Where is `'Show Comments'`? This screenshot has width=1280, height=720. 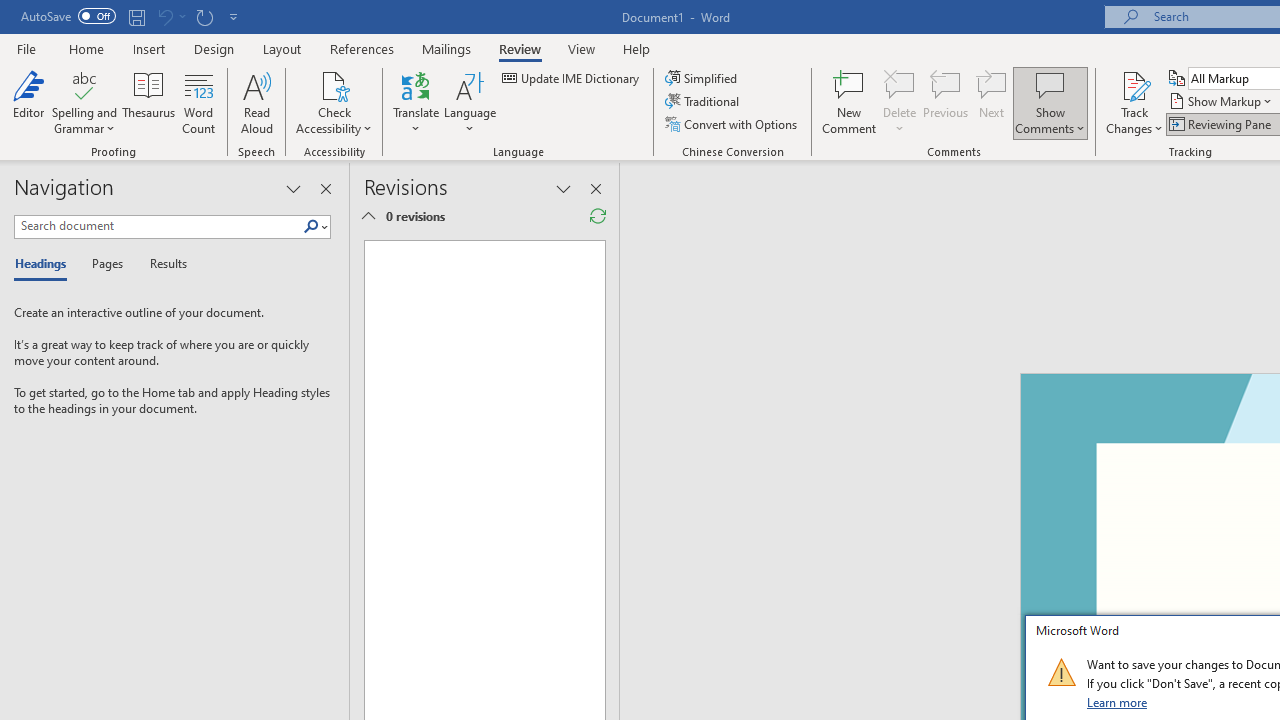 'Show Comments' is located at coordinates (1049, 103).